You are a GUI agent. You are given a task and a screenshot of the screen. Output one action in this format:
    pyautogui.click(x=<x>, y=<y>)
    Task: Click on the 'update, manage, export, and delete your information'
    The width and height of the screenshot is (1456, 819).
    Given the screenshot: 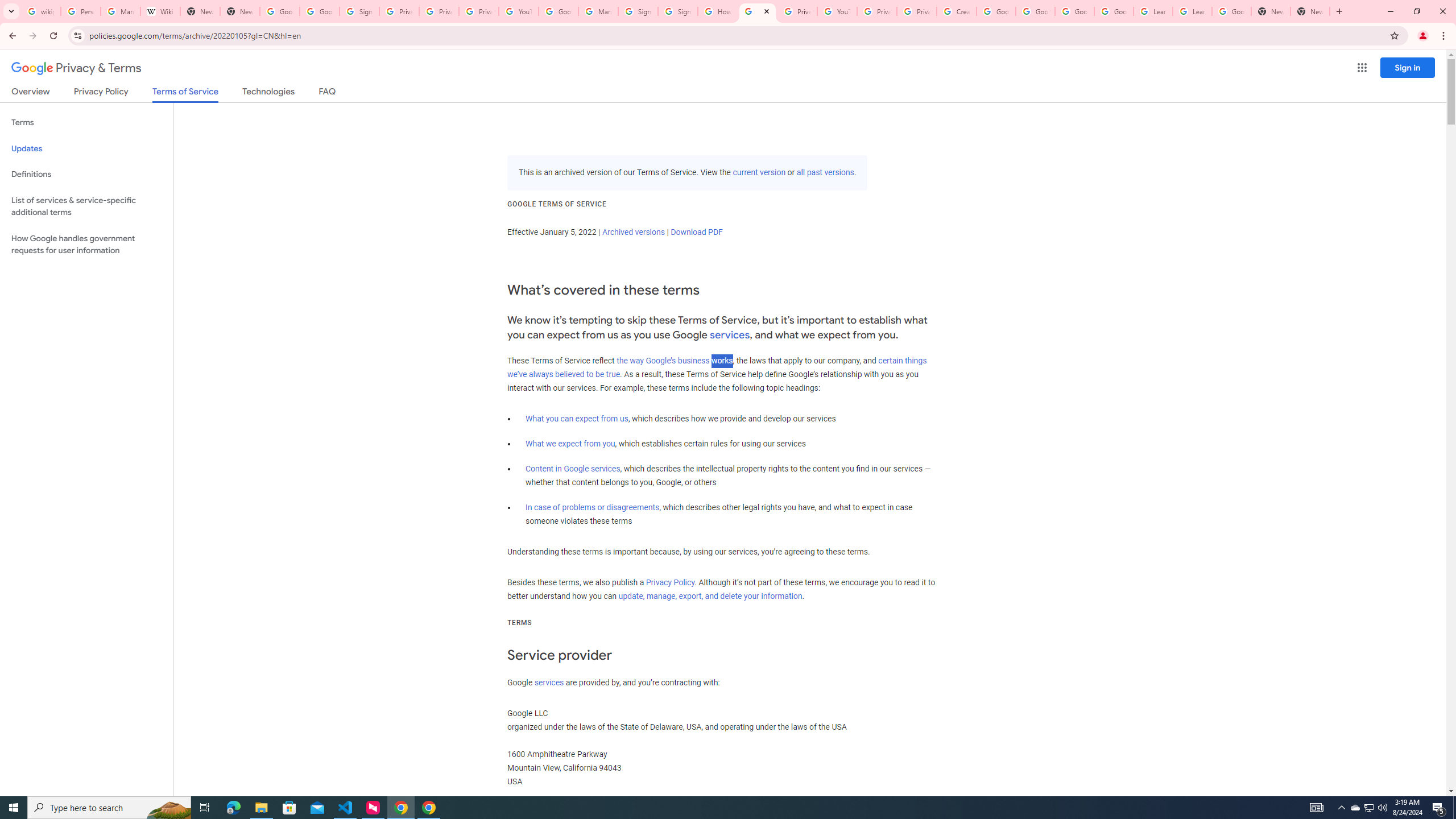 What is the action you would take?
    pyautogui.click(x=710, y=596)
    